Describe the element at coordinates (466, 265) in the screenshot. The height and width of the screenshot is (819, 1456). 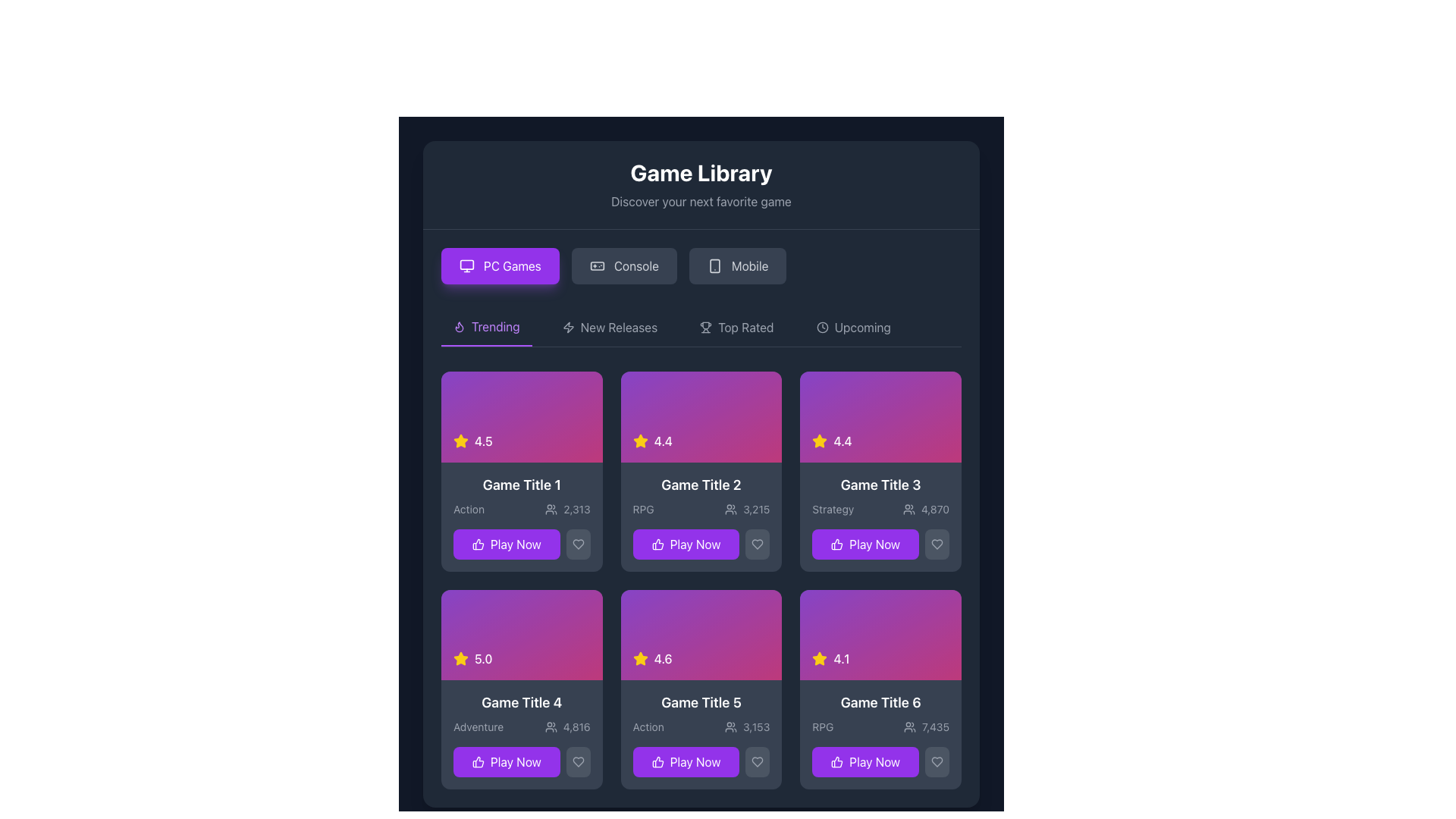
I see `the 'PC Games' button, which is prominently displayed with a purple background and white text, containing a small monitor icon on the far left` at that location.